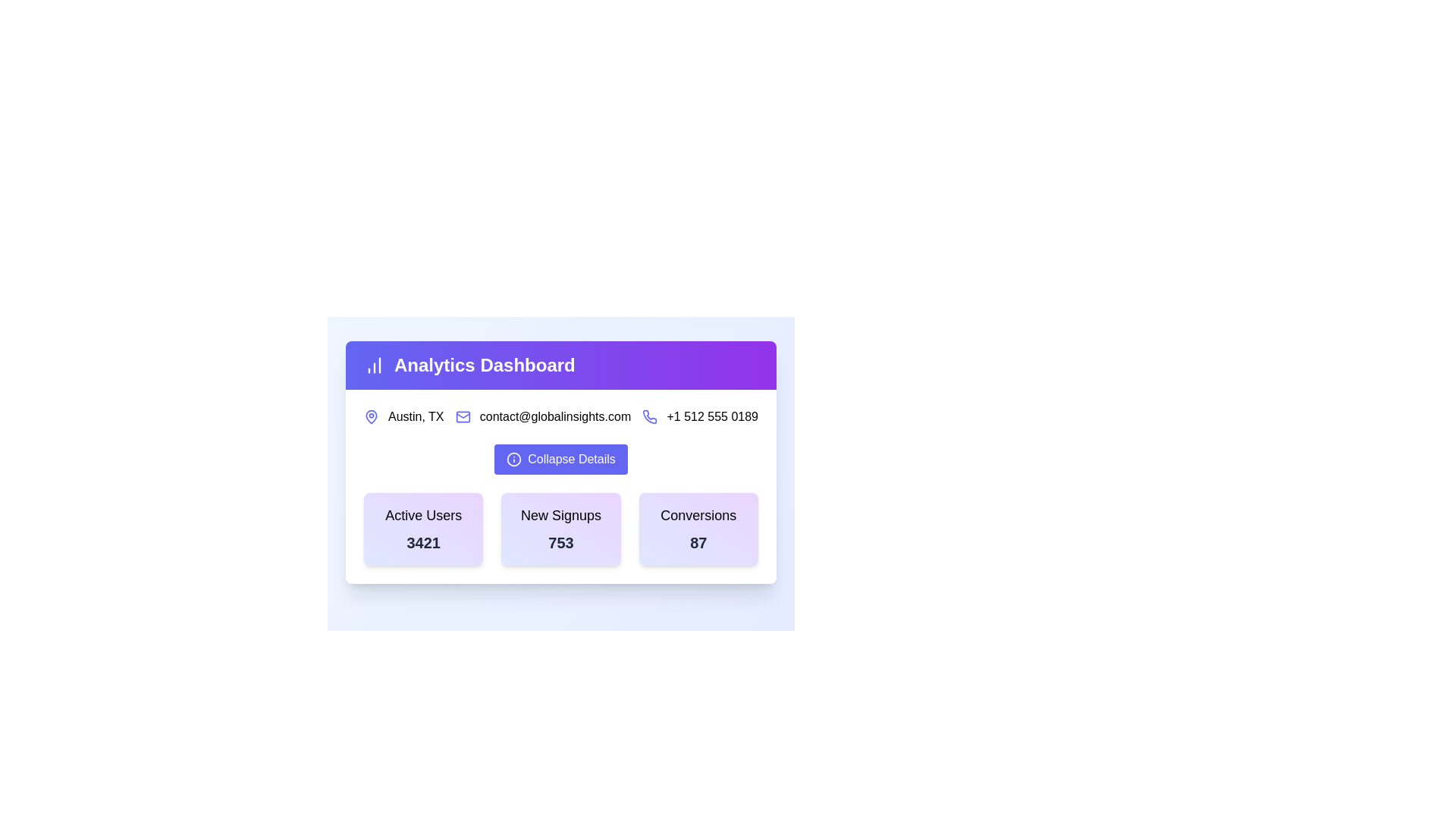 Image resolution: width=1456 pixels, height=819 pixels. What do you see at coordinates (560, 464) in the screenshot?
I see `the 'Collapse Details' button, which has a blue background and white text, located at the center of the card layout below the contact information row` at bounding box center [560, 464].